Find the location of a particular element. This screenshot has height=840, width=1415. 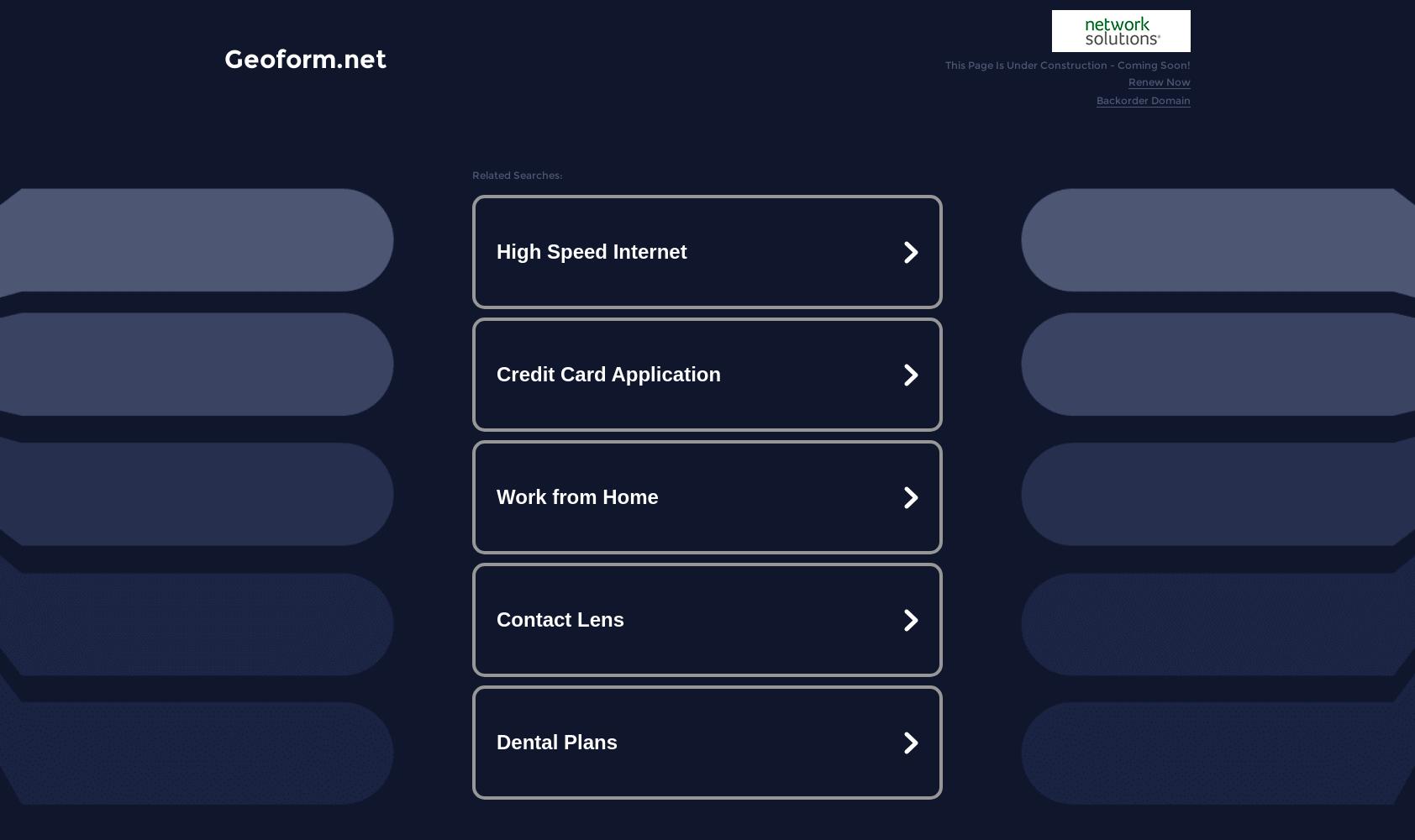

'Dental Plans' is located at coordinates (556, 742).